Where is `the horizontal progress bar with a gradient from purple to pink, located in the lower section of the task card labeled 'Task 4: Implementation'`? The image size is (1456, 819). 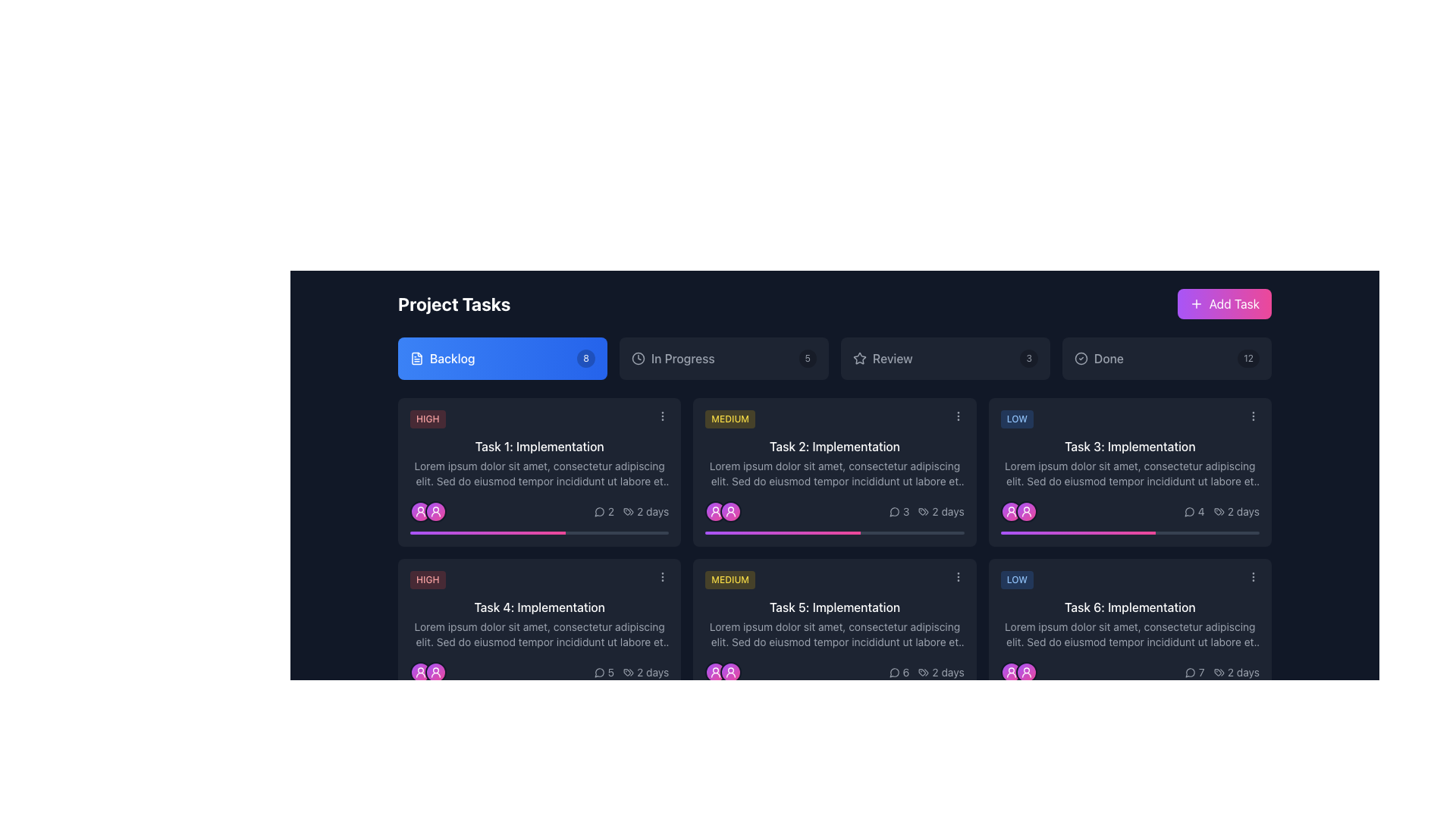
the horizontal progress bar with a gradient from purple to pink, located in the lower section of the task card labeled 'Task 4: Implementation' is located at coordinates (539, 693).